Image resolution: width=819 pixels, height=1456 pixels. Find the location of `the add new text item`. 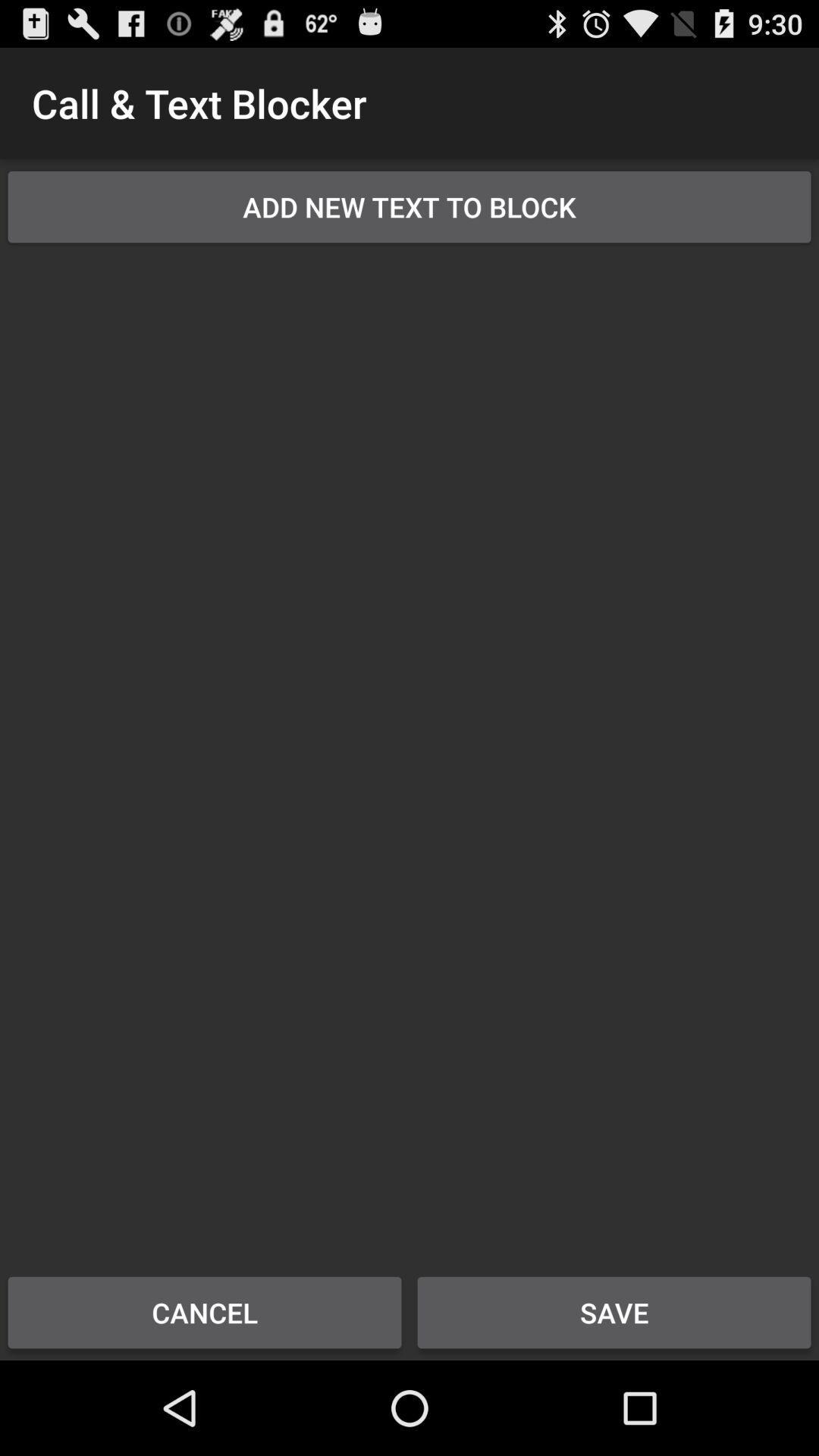

the add new text item is located at coordinates (409, 206).